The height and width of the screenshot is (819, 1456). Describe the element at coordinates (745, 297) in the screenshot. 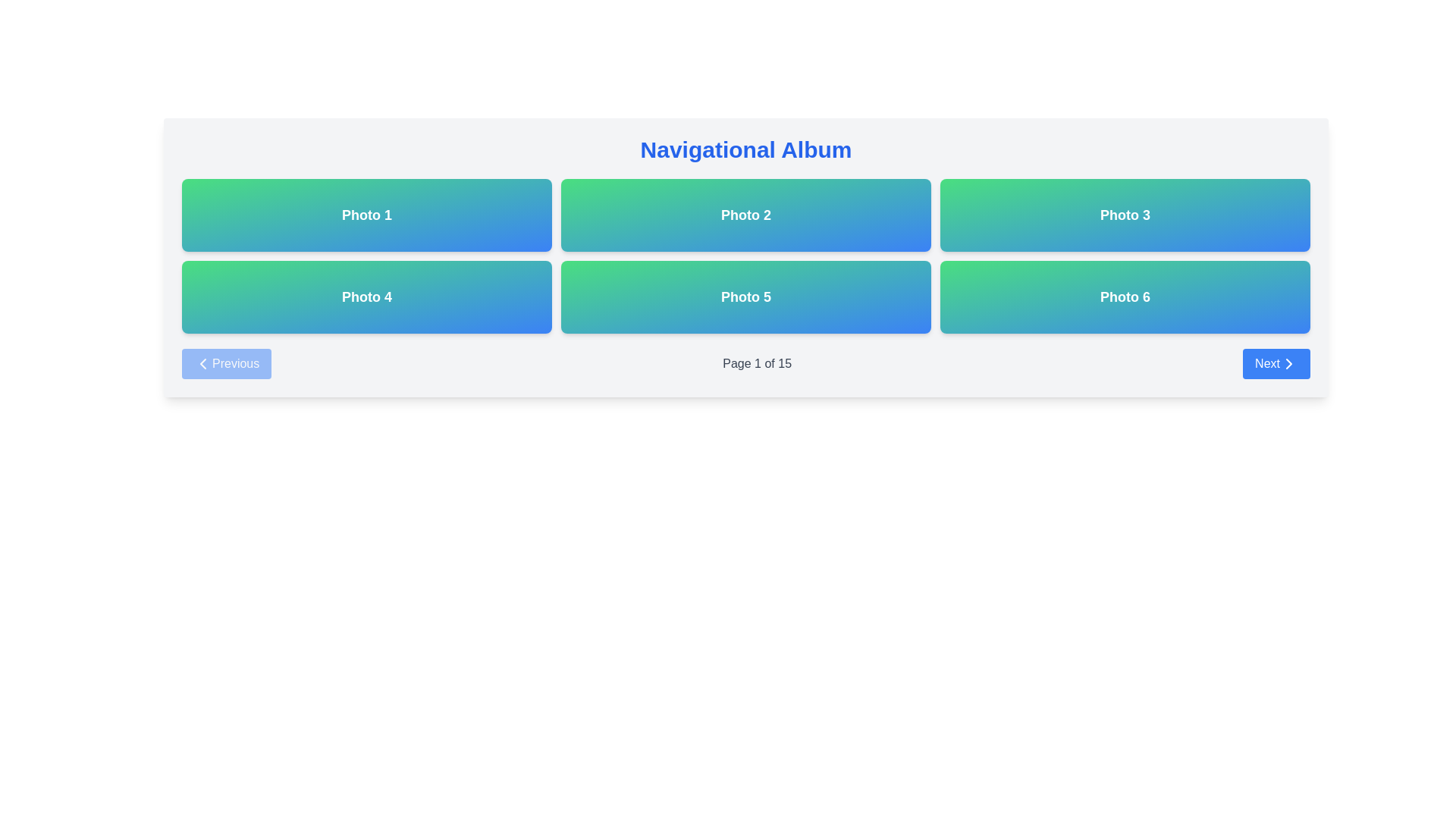

I see `the display card representing 'Photo 5', which is located in the second row, second column of the grid layout` at that location.